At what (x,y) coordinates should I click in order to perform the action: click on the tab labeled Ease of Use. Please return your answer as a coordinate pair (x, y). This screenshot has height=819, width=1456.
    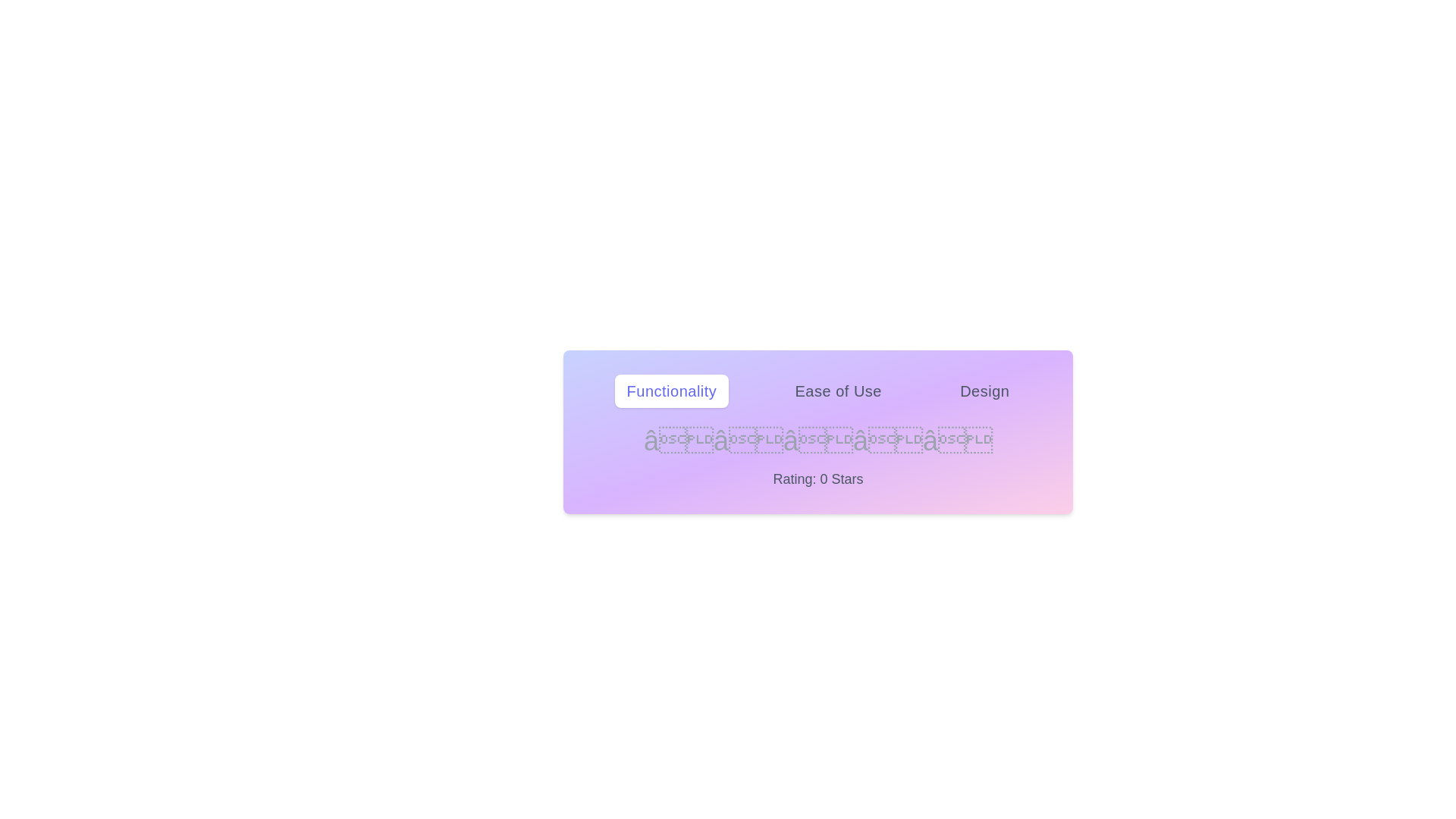
    Looking at the image, I should click on (837, 391).